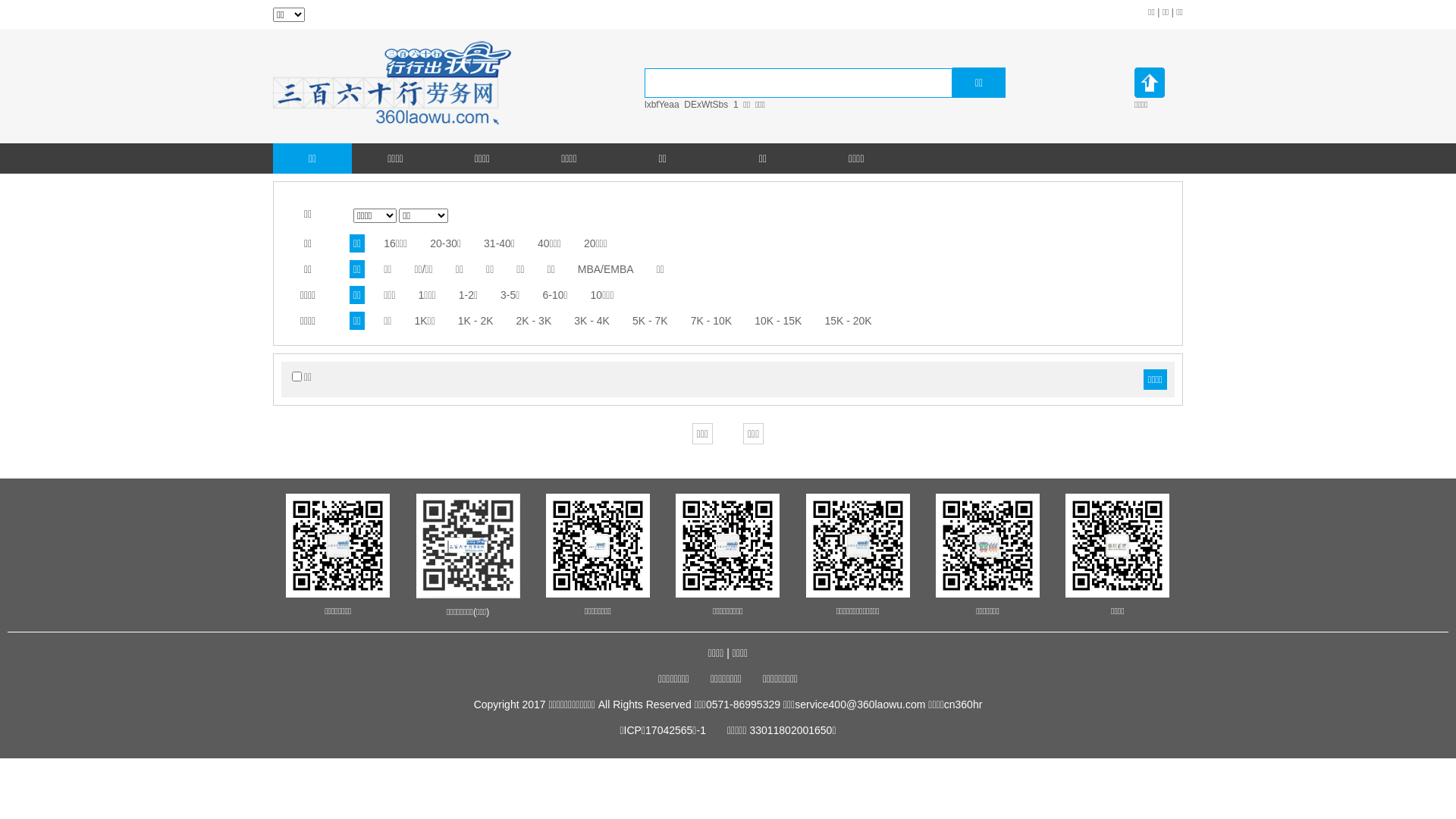 Image resolution: width=1456 pixels, height=819 pixels. What do you see at coordinates (650, 320) in the screenshot?
I see `'5K - 7K'` at bounding box center [650, 320].